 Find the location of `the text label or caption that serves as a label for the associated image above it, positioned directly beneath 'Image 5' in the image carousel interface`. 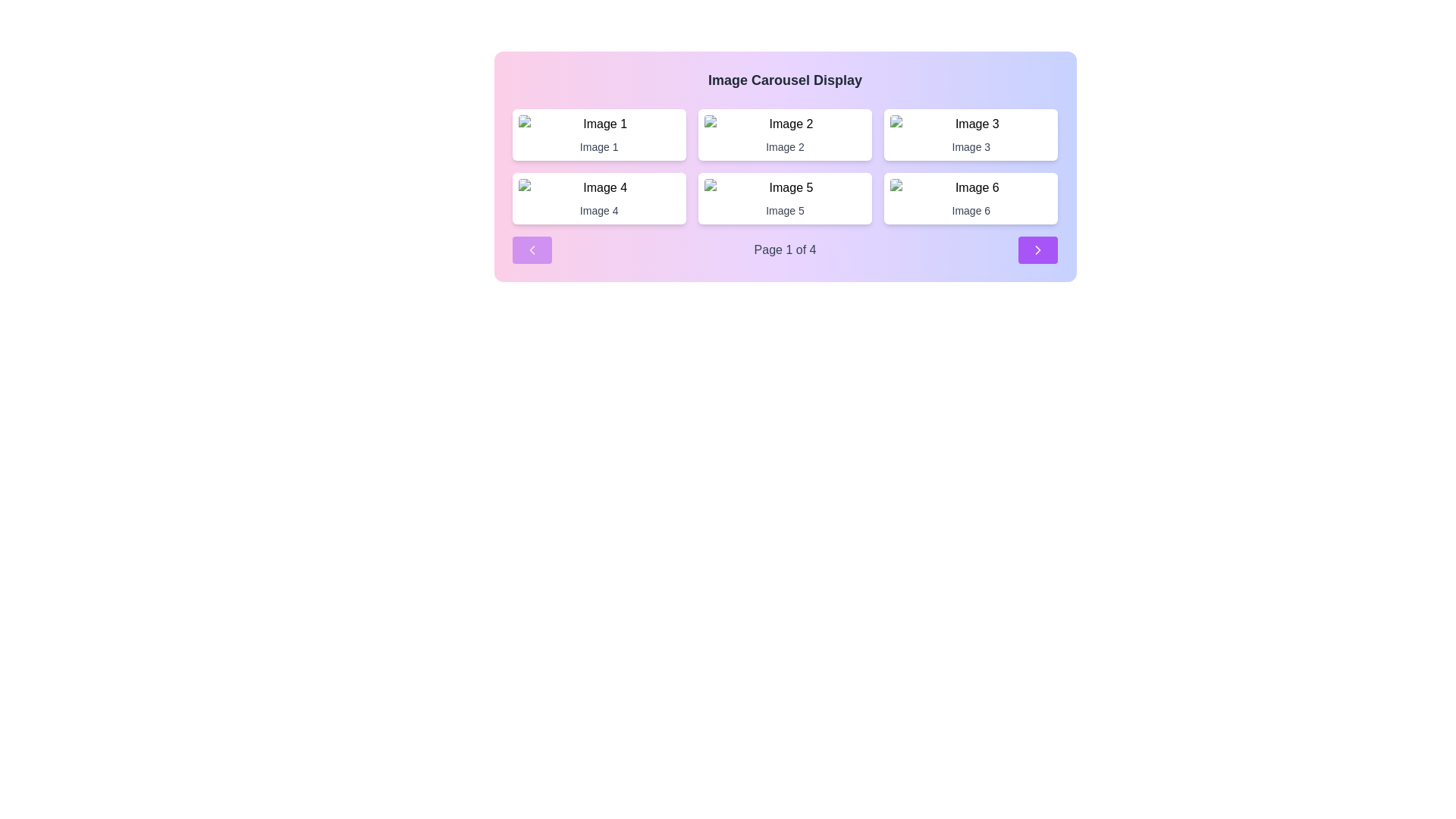

the text label or caption that serves as a label for the associated image above it, positioned directly beneath 'Image 5' in the image carousel interface is located at coordinates (785, 210).